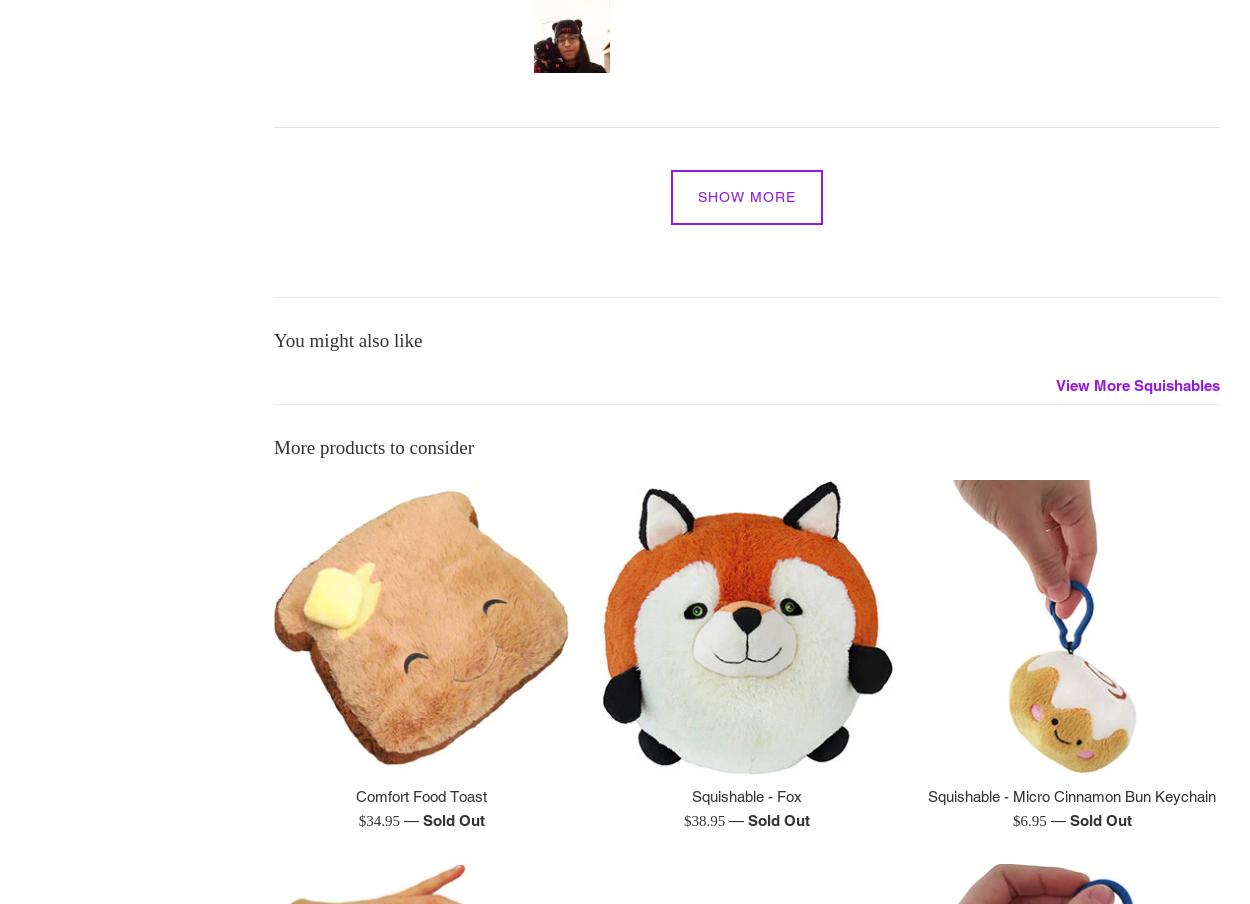 Image resolution: width=1250 pixels, height=904 pixels. What do you see at coordinates (745, 795) in the screenshot?
I see `'Squishable - Fox'` at bounding box center [745, 795].